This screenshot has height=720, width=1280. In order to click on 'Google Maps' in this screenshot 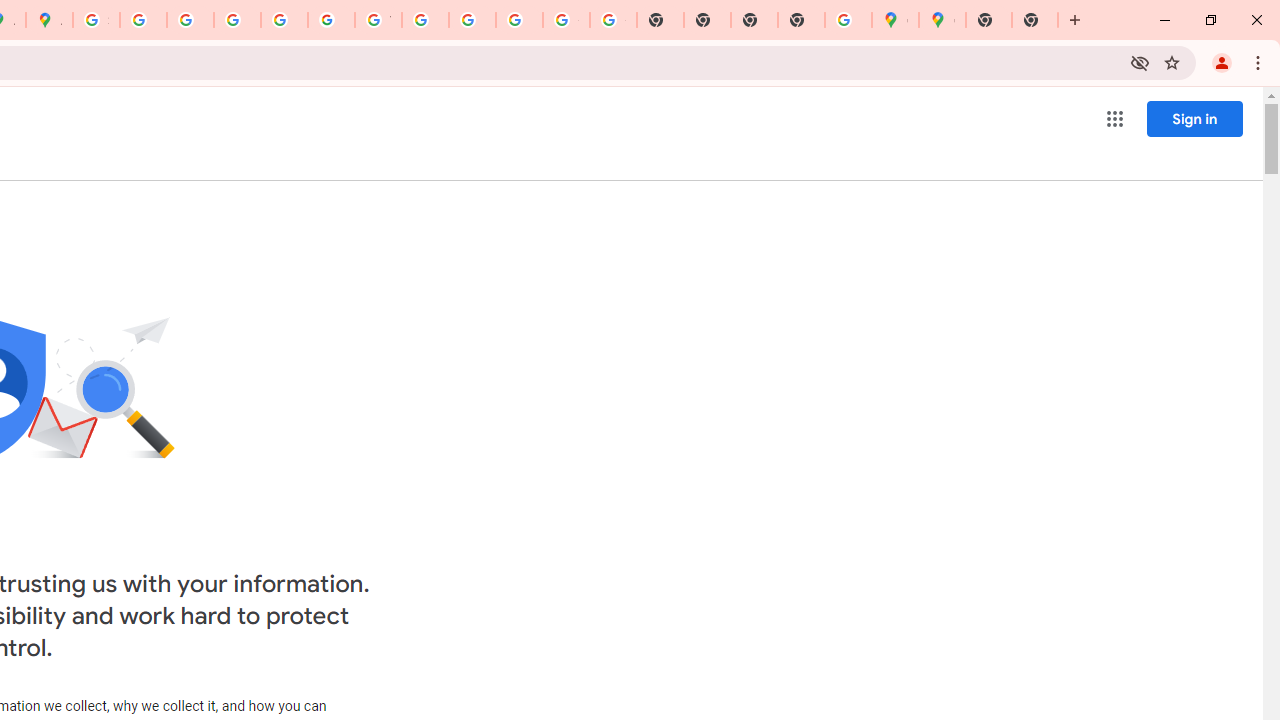, I will do `click(894, 20)`.